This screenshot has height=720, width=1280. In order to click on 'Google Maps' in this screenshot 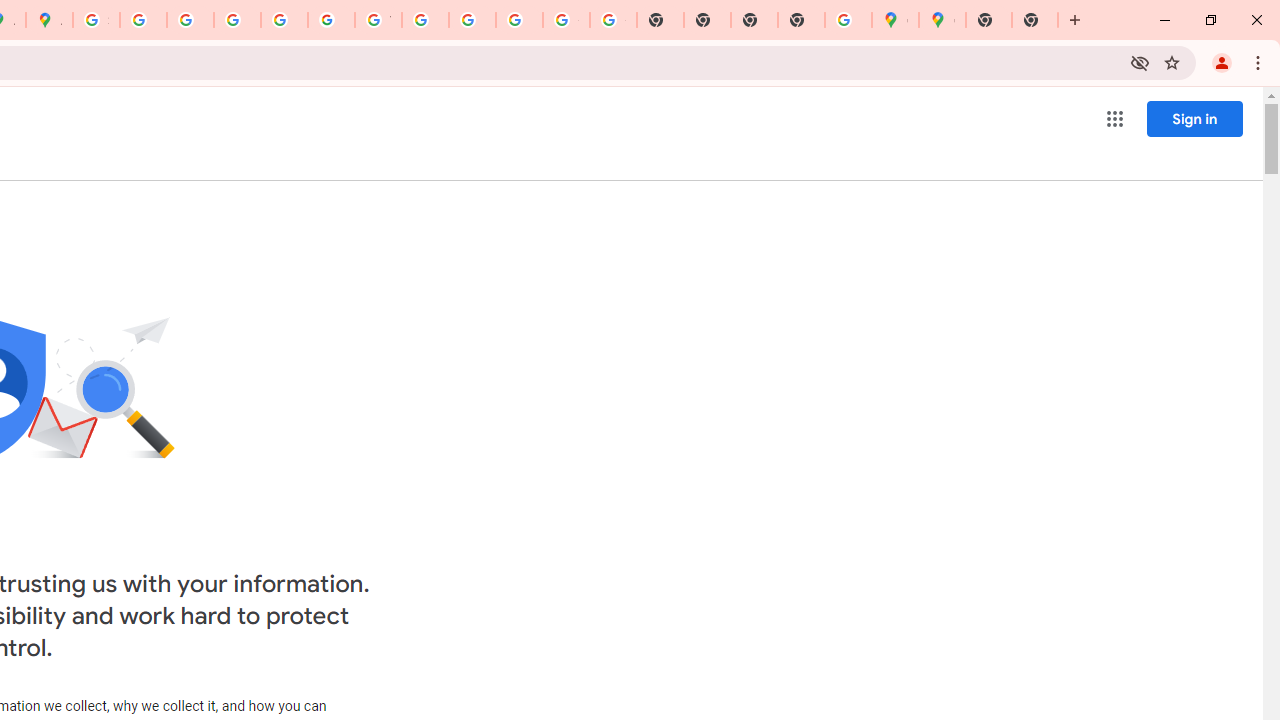, I will do `click(894, 20)`.